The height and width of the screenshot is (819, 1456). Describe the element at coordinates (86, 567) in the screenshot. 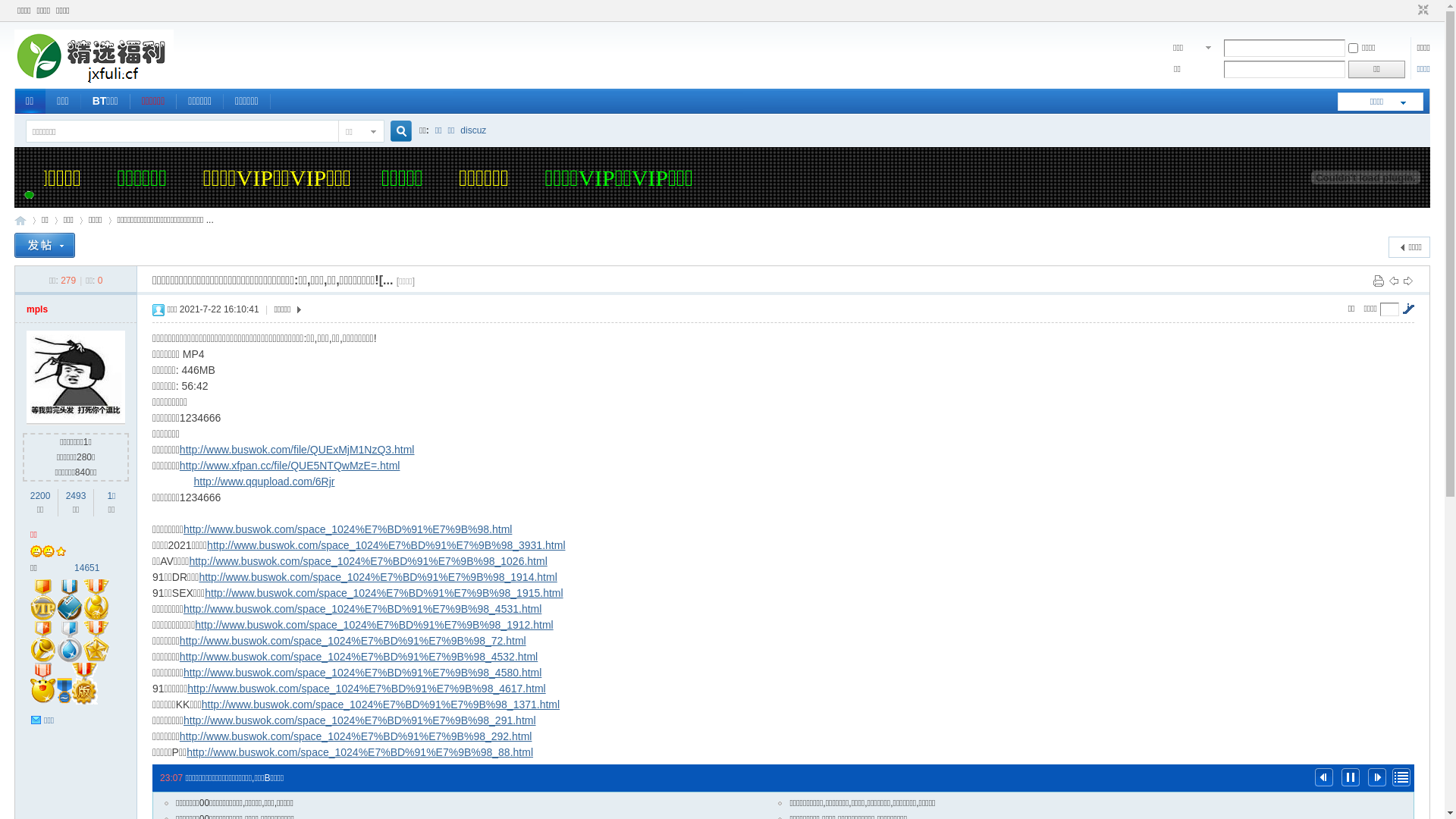

I see `'14651'` at that location.